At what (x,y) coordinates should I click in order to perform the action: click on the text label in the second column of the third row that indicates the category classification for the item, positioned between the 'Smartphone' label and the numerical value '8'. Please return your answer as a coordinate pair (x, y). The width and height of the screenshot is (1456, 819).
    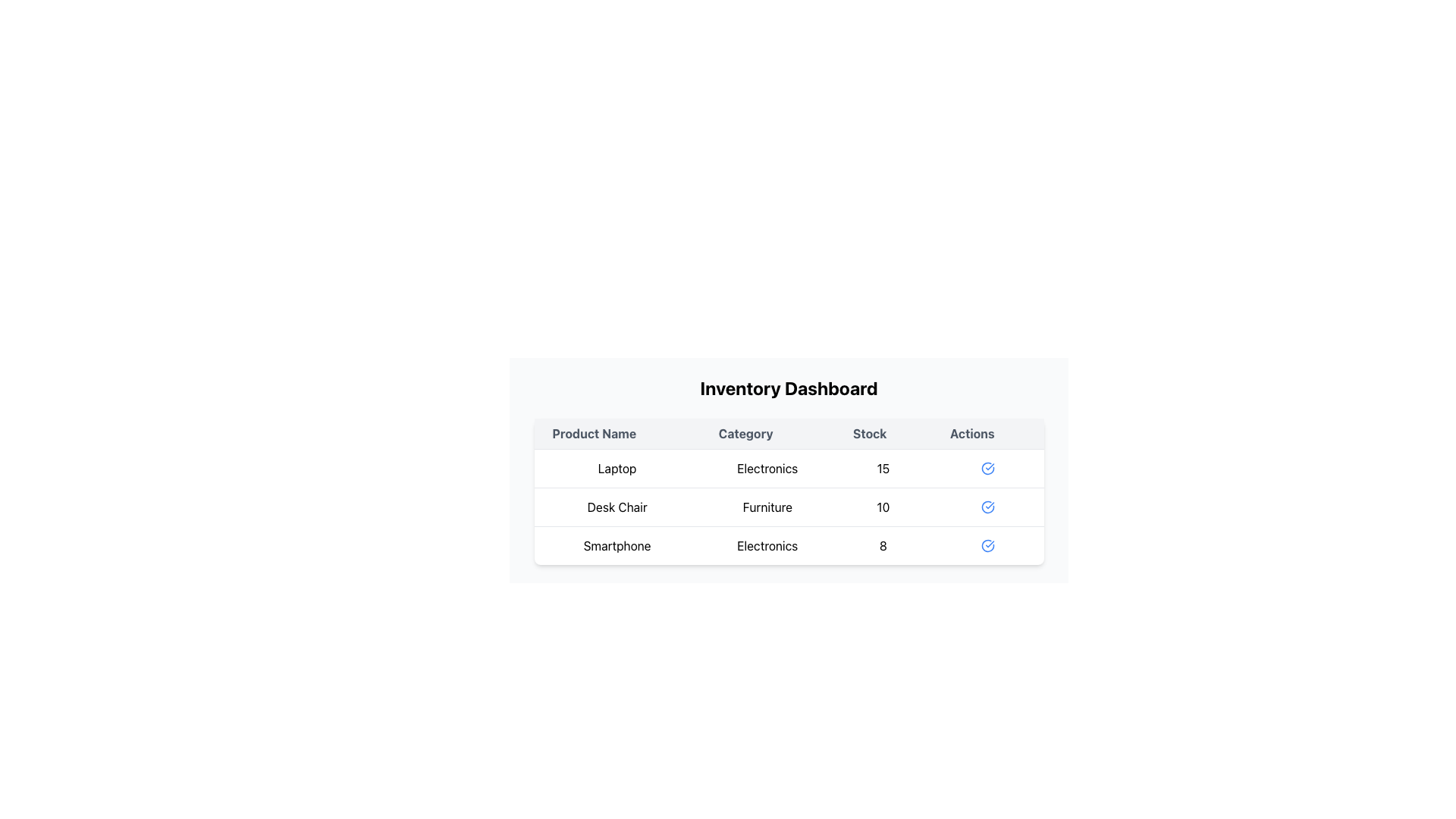
    Looking at the image, I should click on (767, 544).